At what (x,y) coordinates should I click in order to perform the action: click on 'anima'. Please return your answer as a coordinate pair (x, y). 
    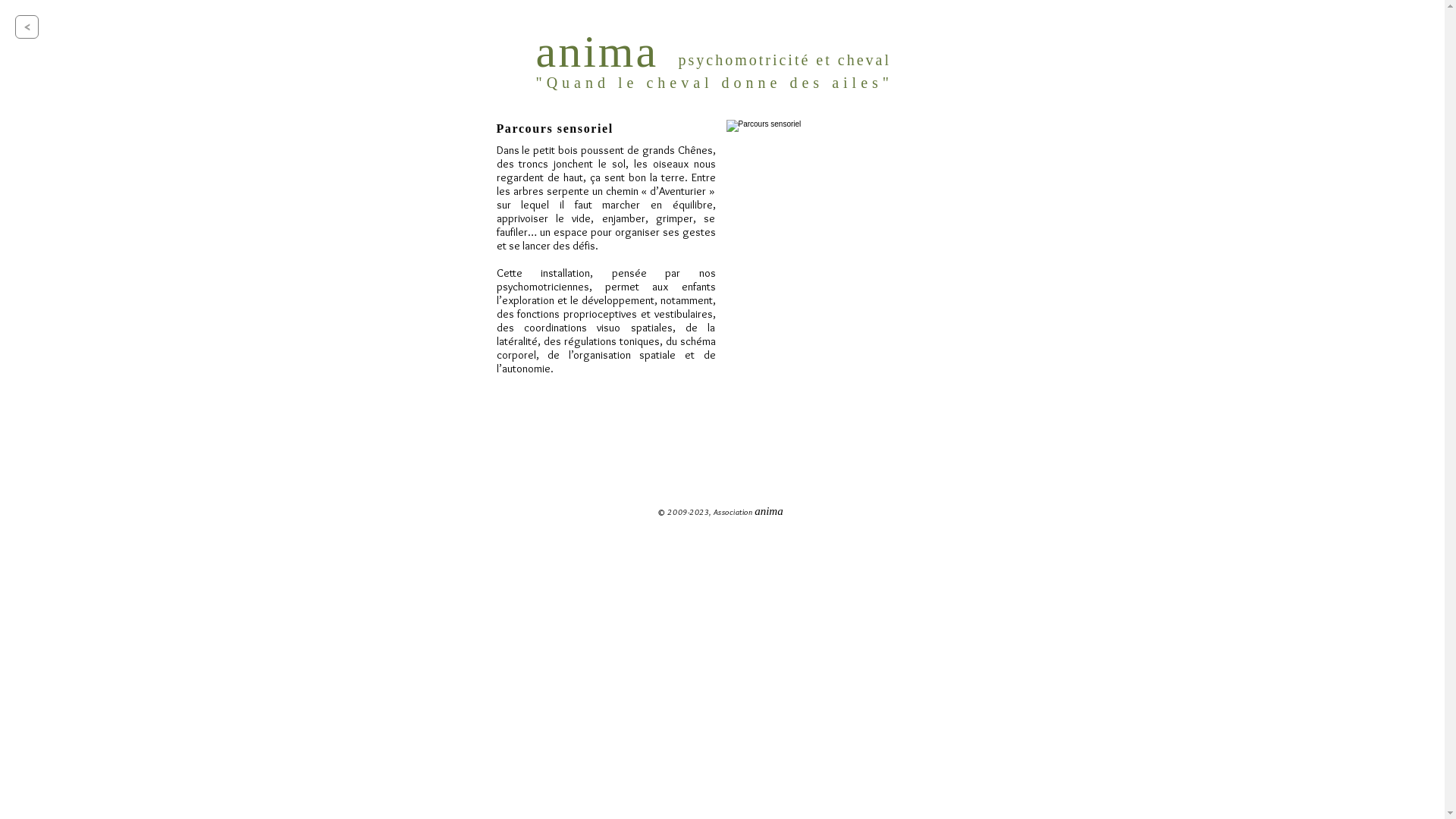
    Looking at the image, I should click on (596, 51).